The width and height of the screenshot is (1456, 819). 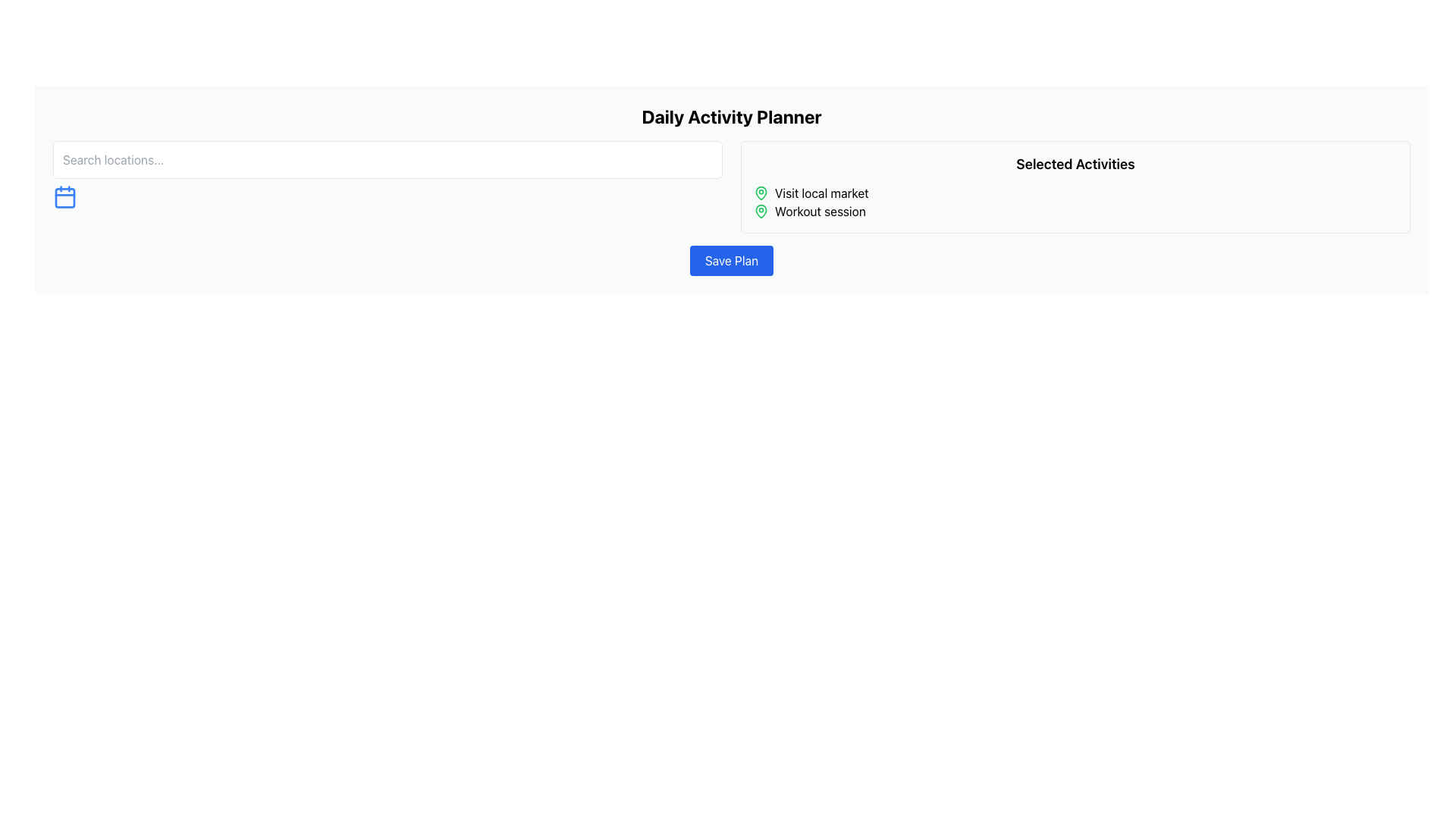 I want to click on the 'Save Plan' button, which is a rectangular button with rounded corners, styled in vibrant blue with white bold text, located centrally in the 'Daily Activity Planner' section, so click(x=731, y=259).